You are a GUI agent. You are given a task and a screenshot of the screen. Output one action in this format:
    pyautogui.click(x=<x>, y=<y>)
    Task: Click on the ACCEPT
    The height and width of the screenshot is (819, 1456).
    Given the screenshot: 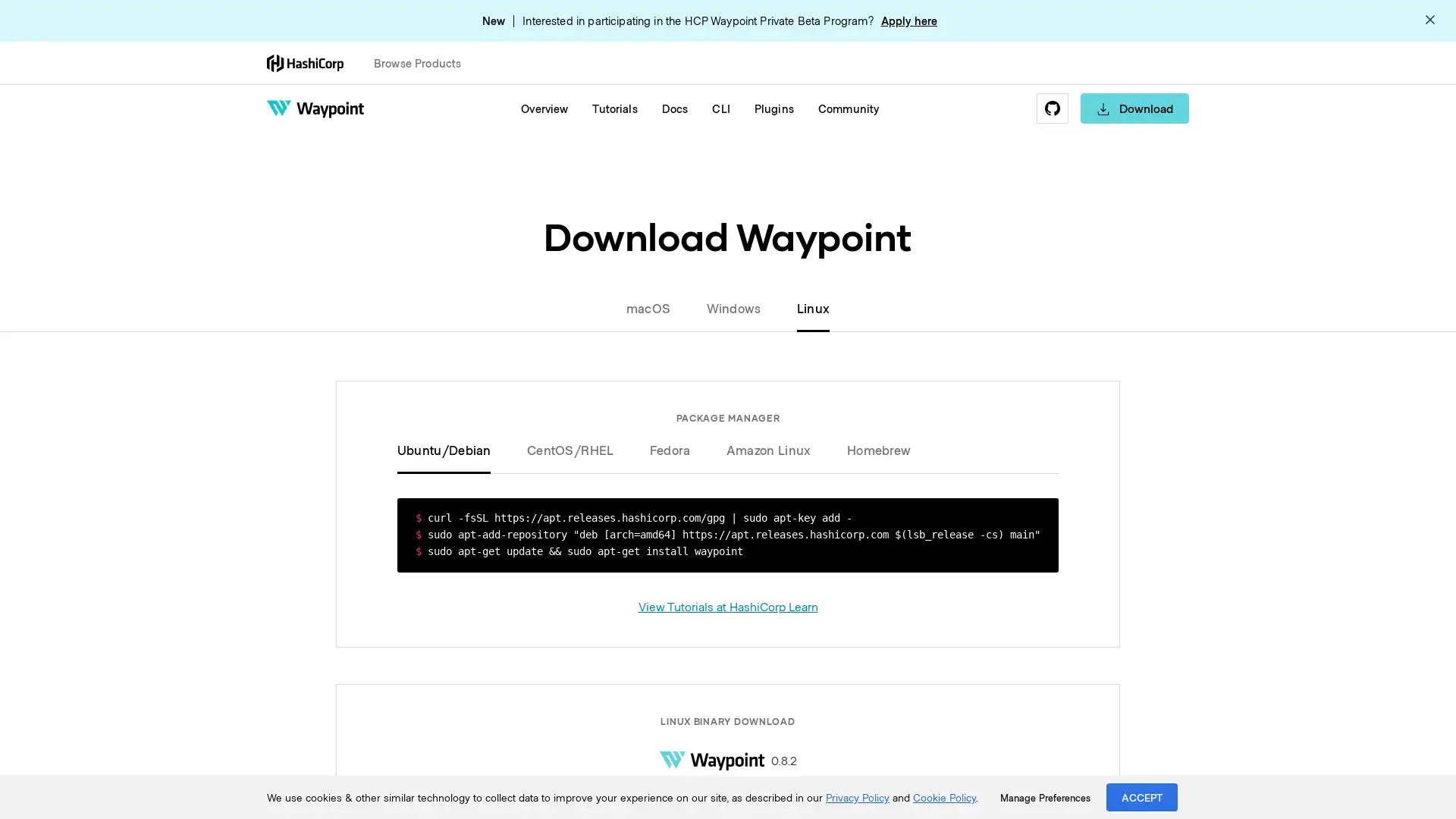 What is the action you would take?
    pyautogui.click(x=1142, y=796)
    